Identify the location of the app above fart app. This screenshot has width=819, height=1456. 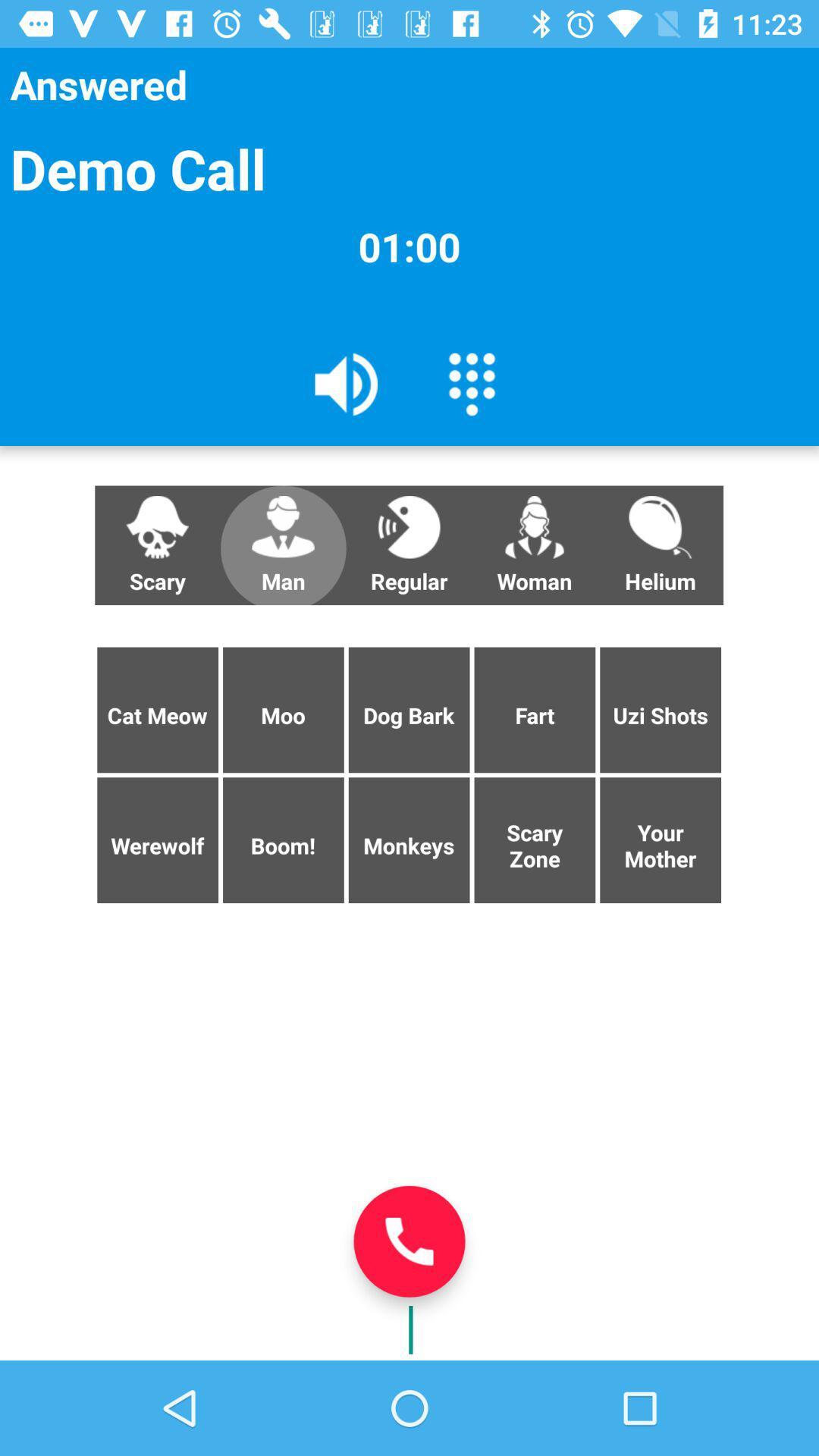
(660, 545).